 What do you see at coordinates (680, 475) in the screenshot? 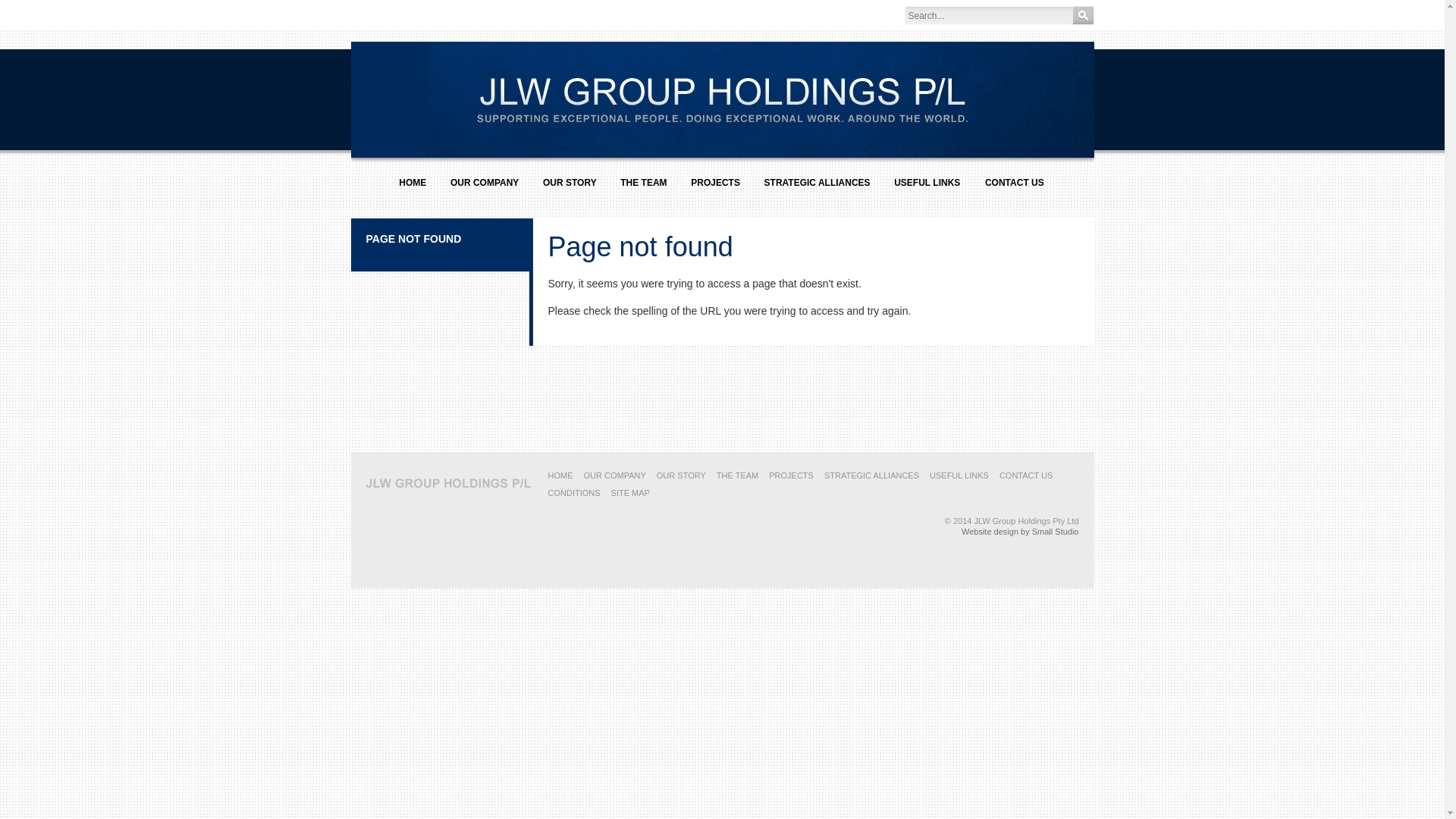
I see `'OUR STORY'` at bounding box center [680, 475].